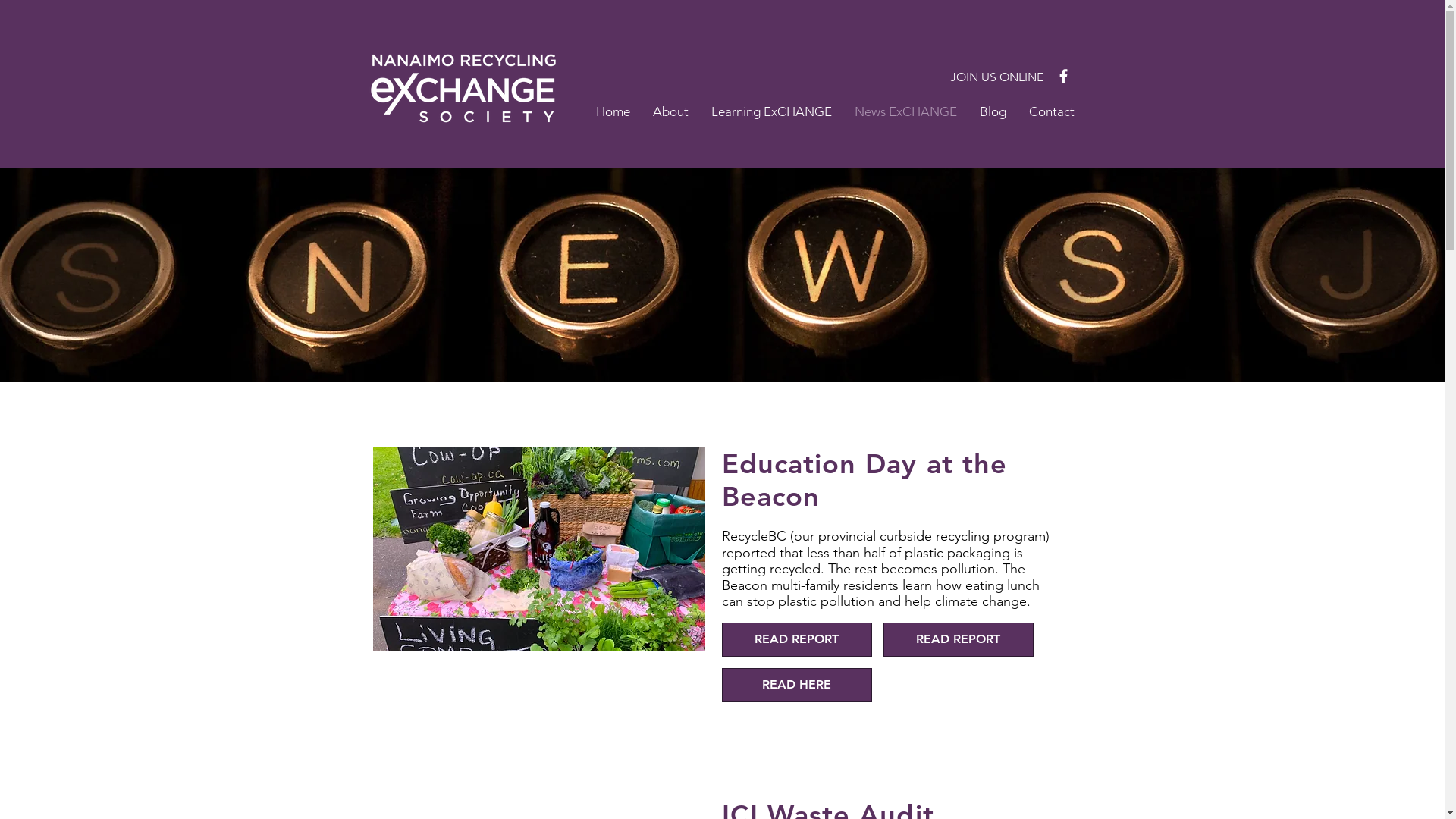 The image size is (1456, 819). What do you see at coordinates (1051, 110) in the screenshot?
I see `'Contact'` at bounding box center [1051, 110].